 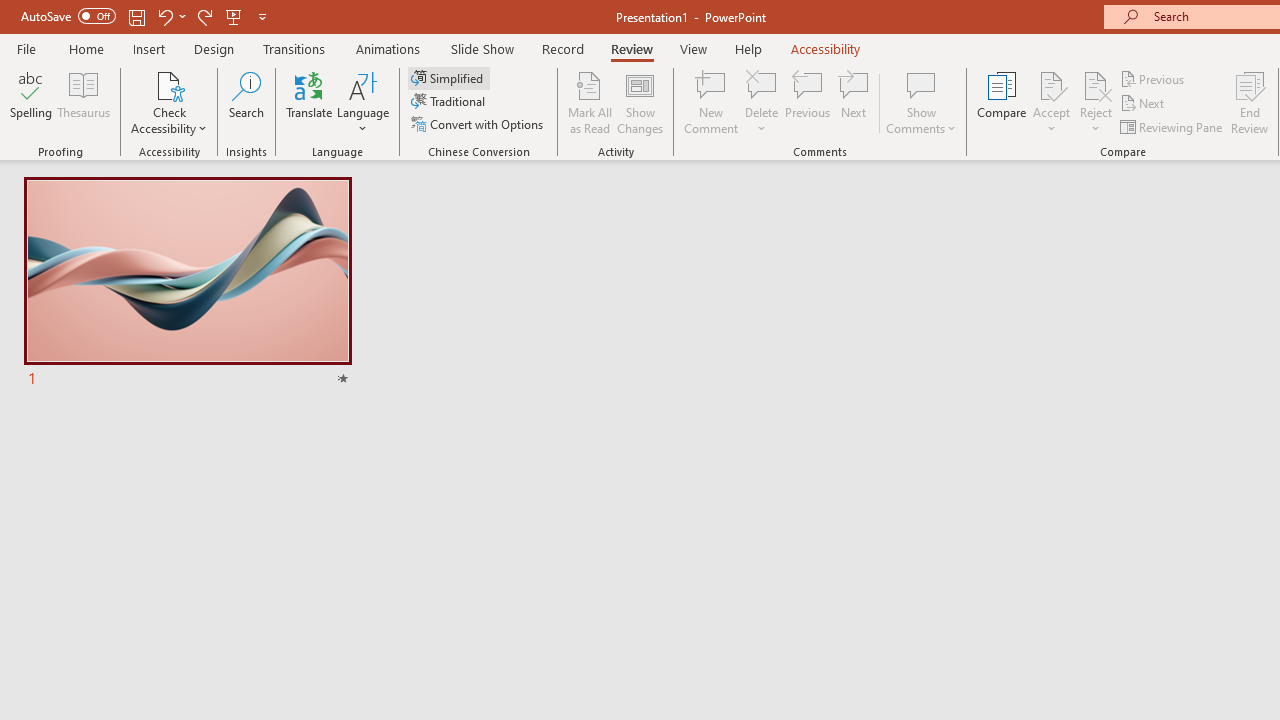 I want to click on 'Check Accessibility', so click(x=169, y=84).